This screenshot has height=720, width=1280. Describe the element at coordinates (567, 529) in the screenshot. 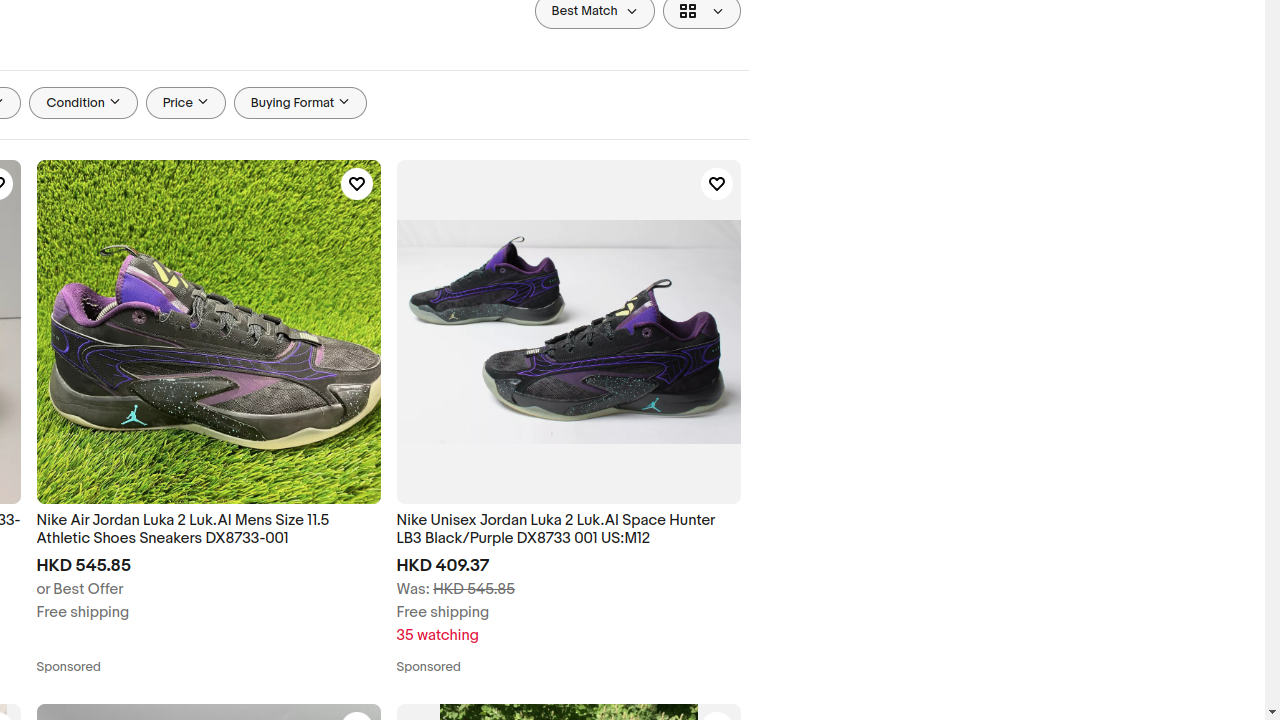

I see `'Nike Unisex Jordan Luka 2 Luk.AI Space Hunter LB3 Black/Purple DX8733 001 US:M12'` at that location.